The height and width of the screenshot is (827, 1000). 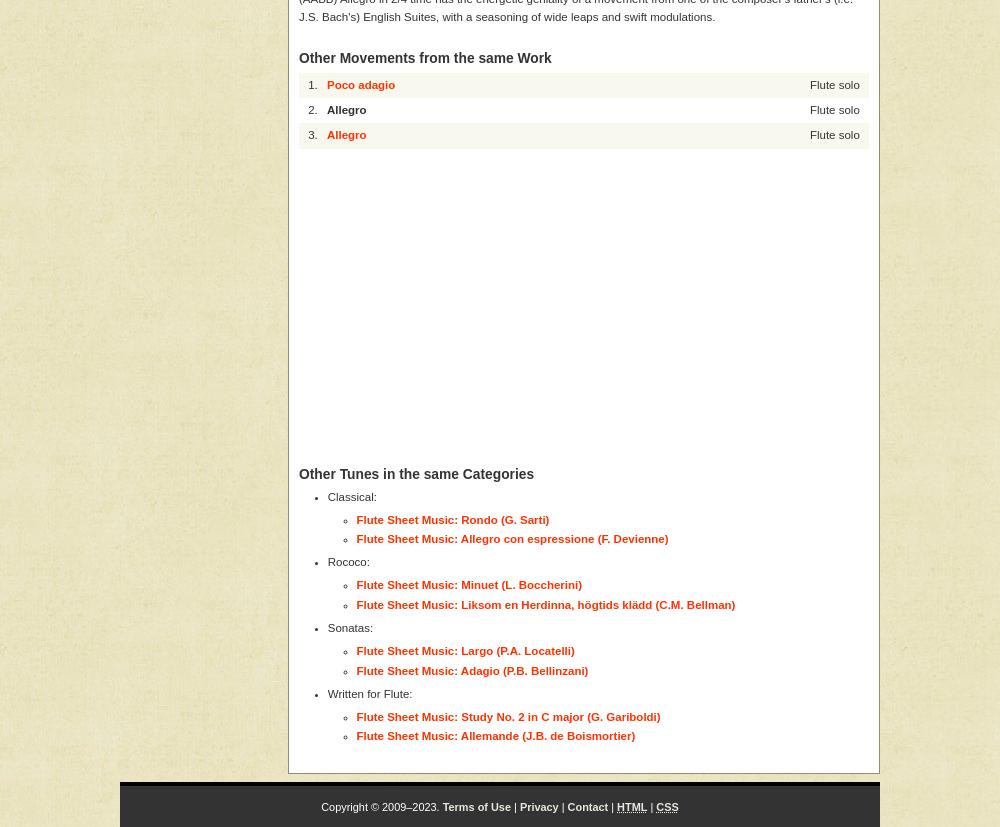 What do you see at coordinates (312, 84) in the screenshot?
I see `'1.'` at bounding box center [312, 84].